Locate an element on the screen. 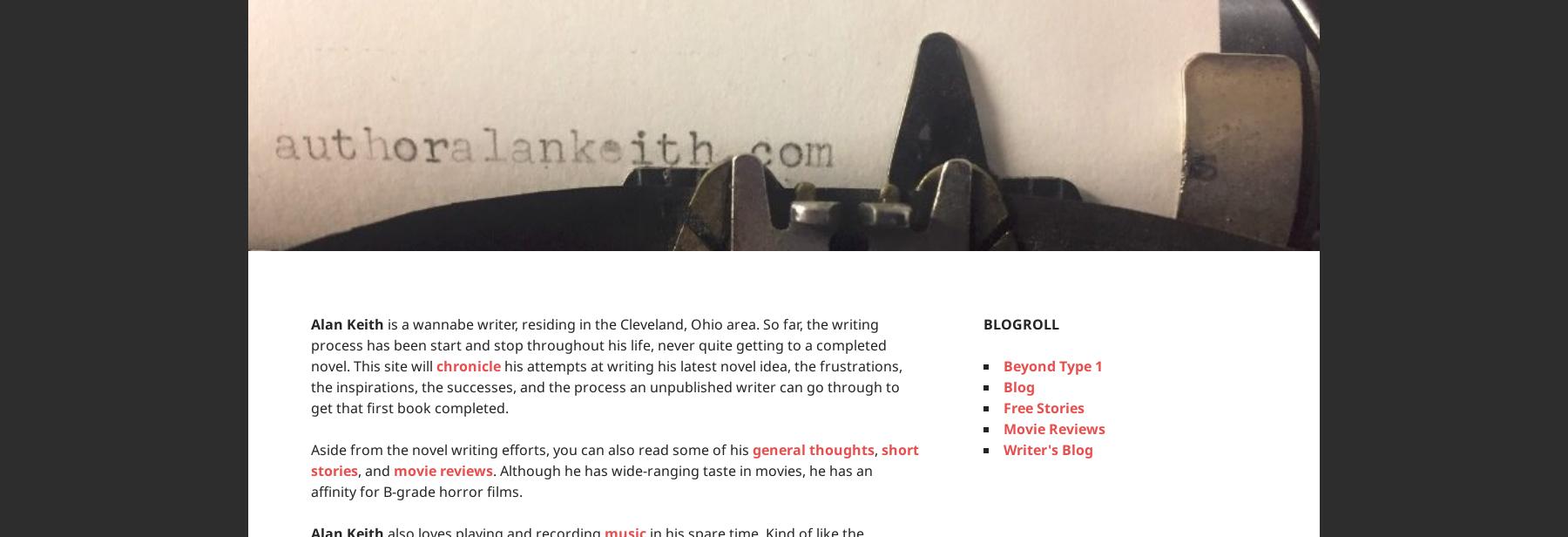  'short stories' is located at coordinates (613, 459).